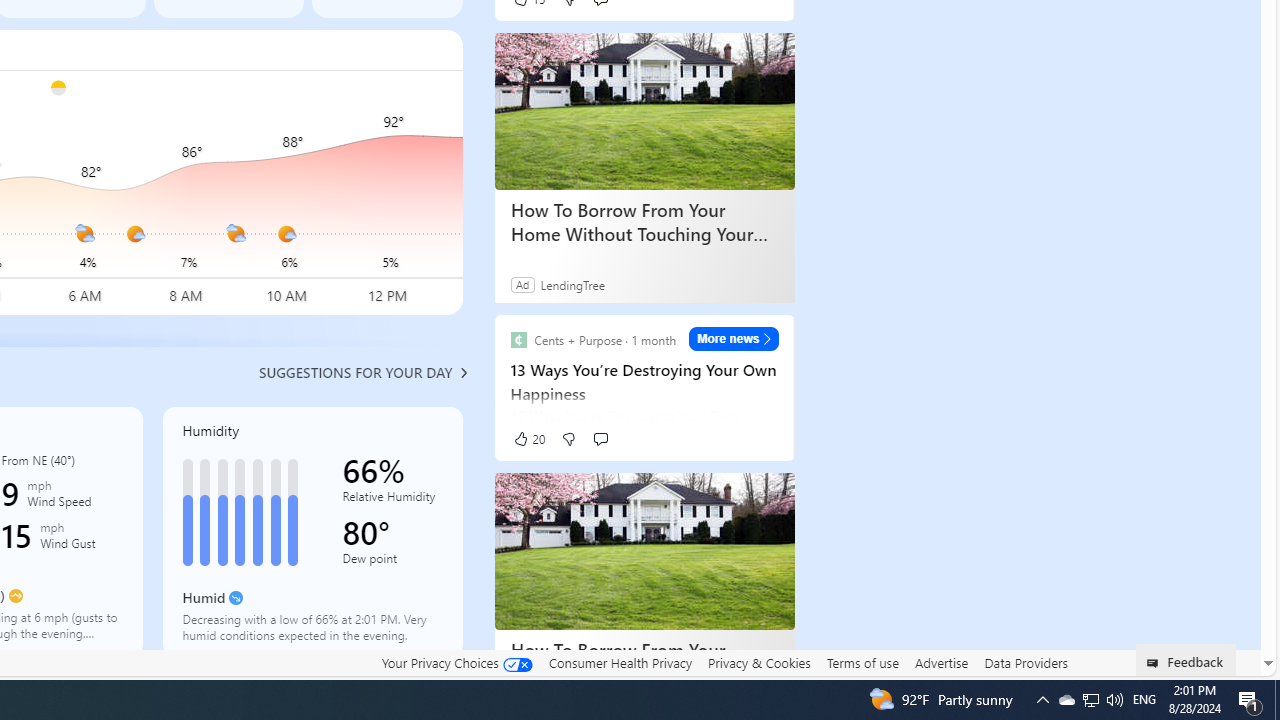  Describe the element at coordinates (862, 663) in the screenshot. I see `'Terms of use'` at that location.